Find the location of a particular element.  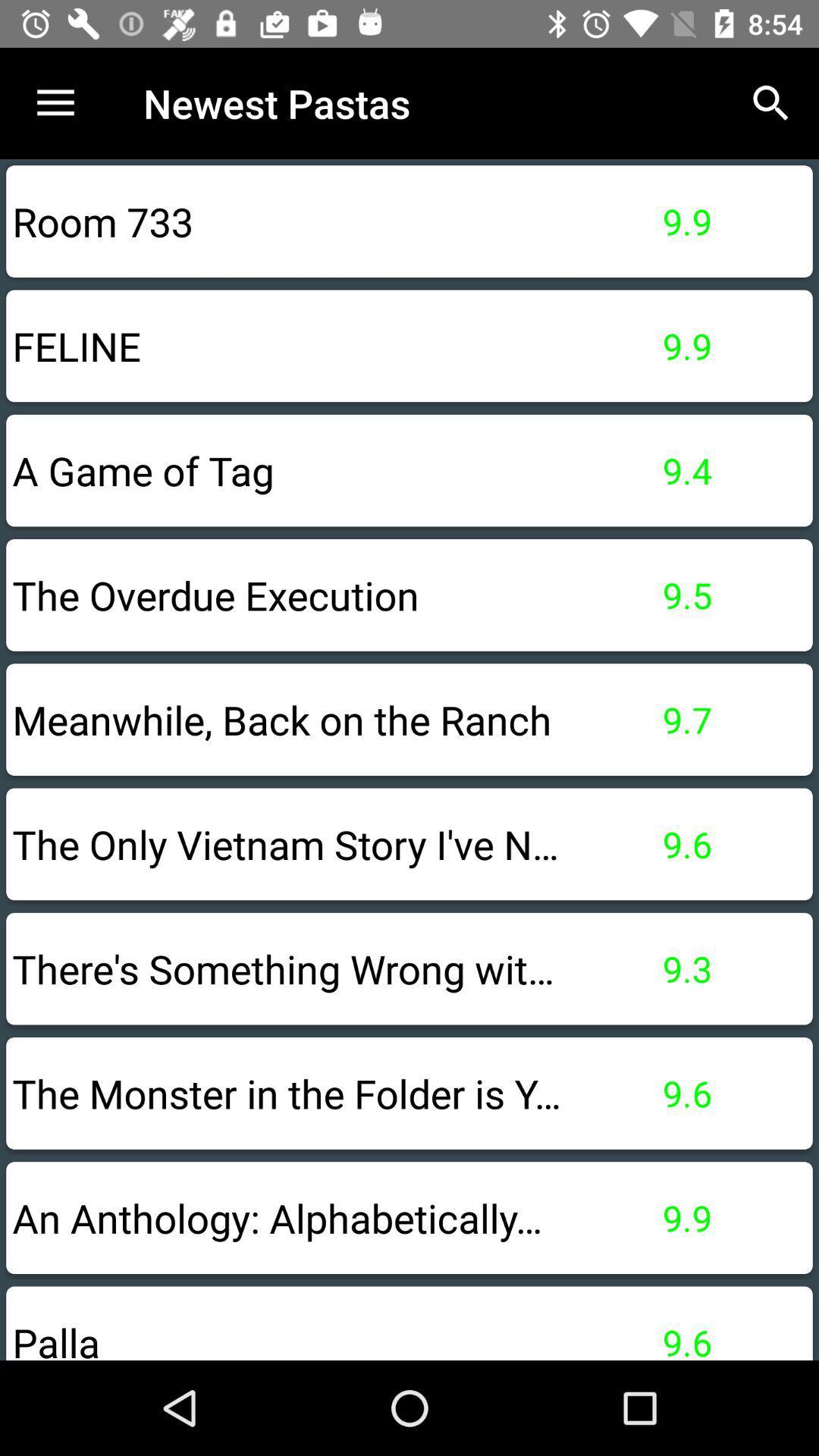

the icon above 9.9 is located at coordinates (771, 102).